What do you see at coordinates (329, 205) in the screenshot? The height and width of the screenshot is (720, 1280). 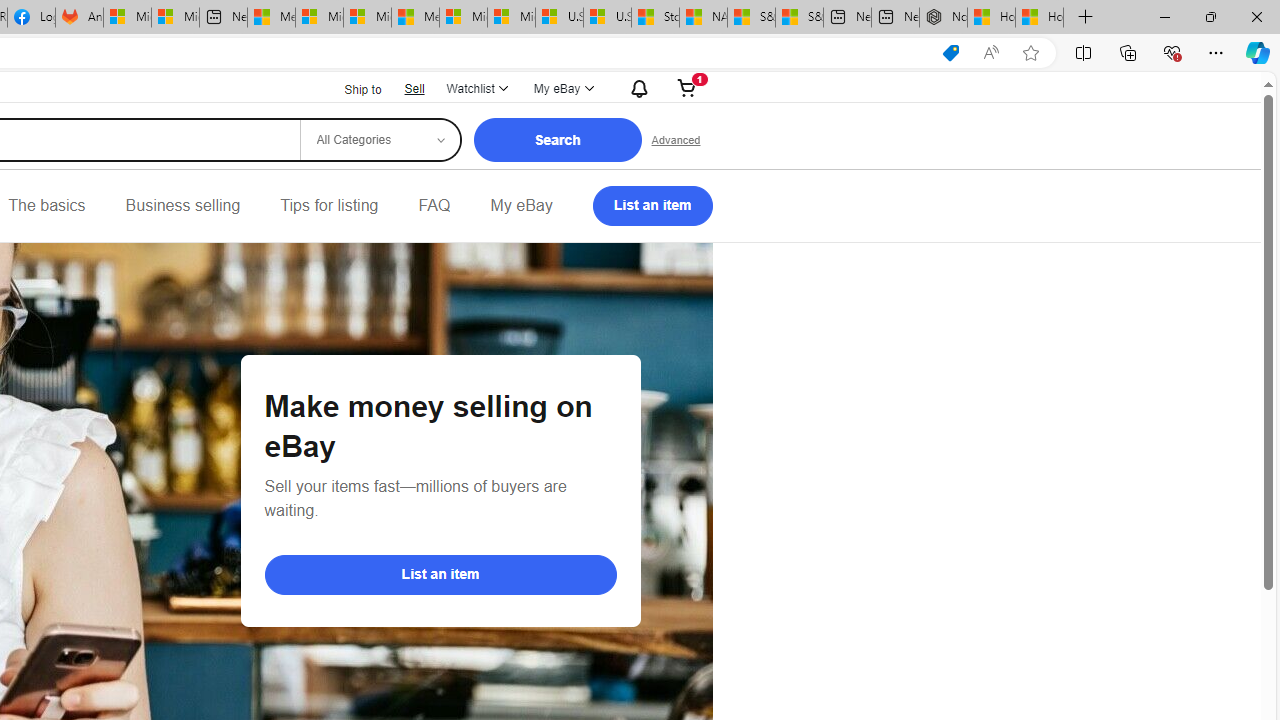 I see `'Tips for listing'` at bounding box center [329, 205].